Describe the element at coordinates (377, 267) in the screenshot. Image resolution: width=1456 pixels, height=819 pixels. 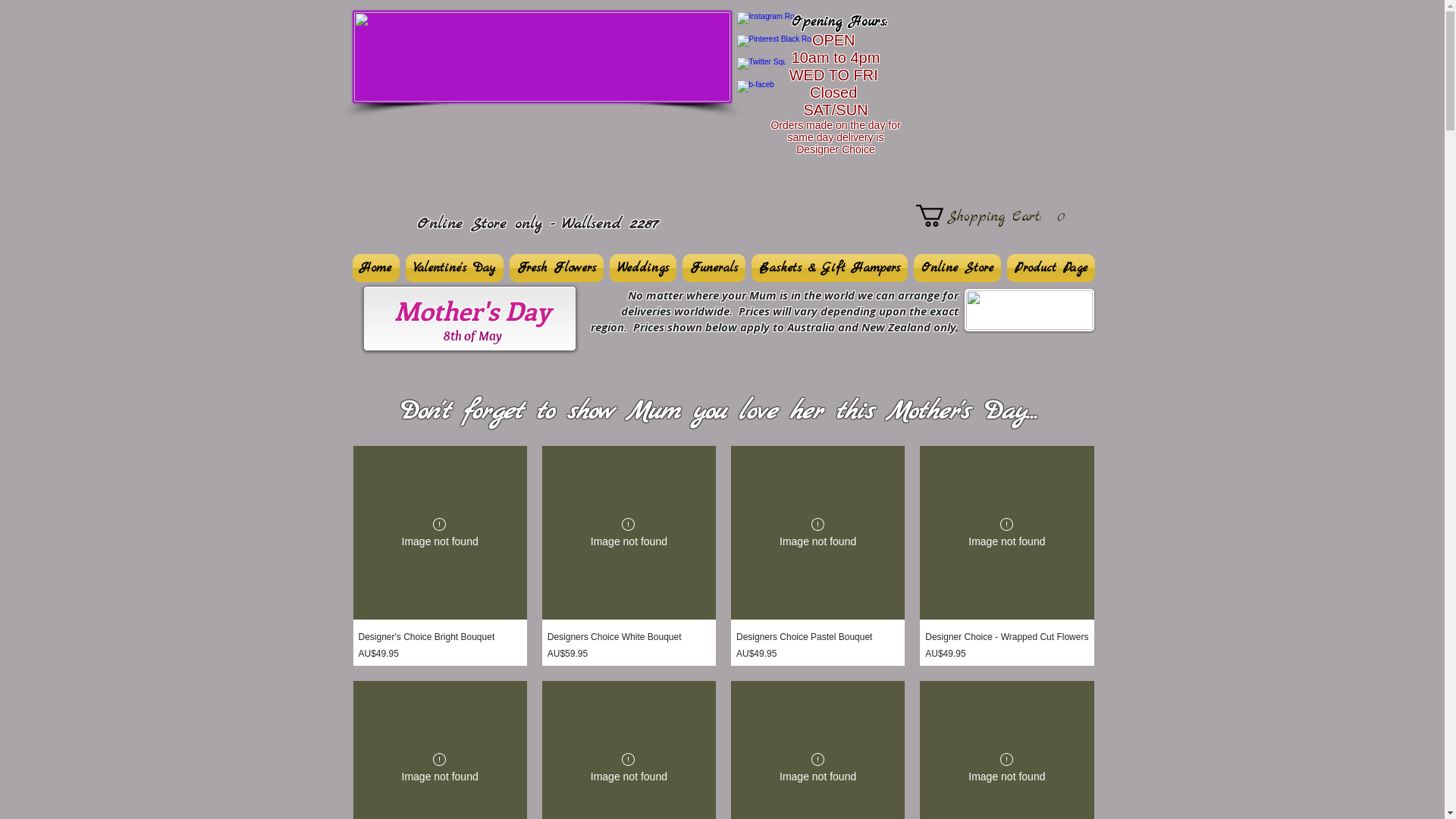
I see `'Home'` at that location.